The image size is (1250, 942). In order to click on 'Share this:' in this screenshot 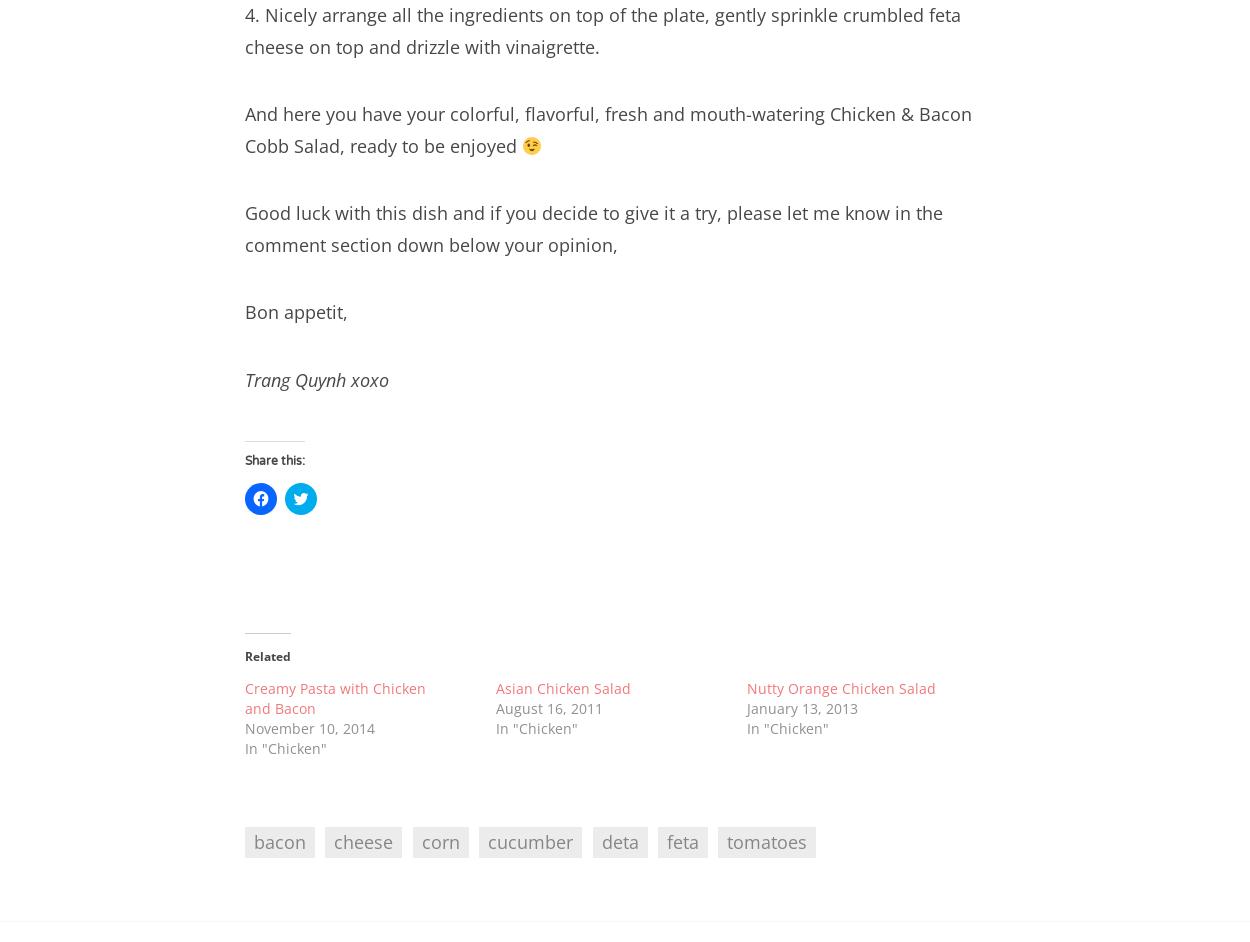, I will do `click(275, 460)`.